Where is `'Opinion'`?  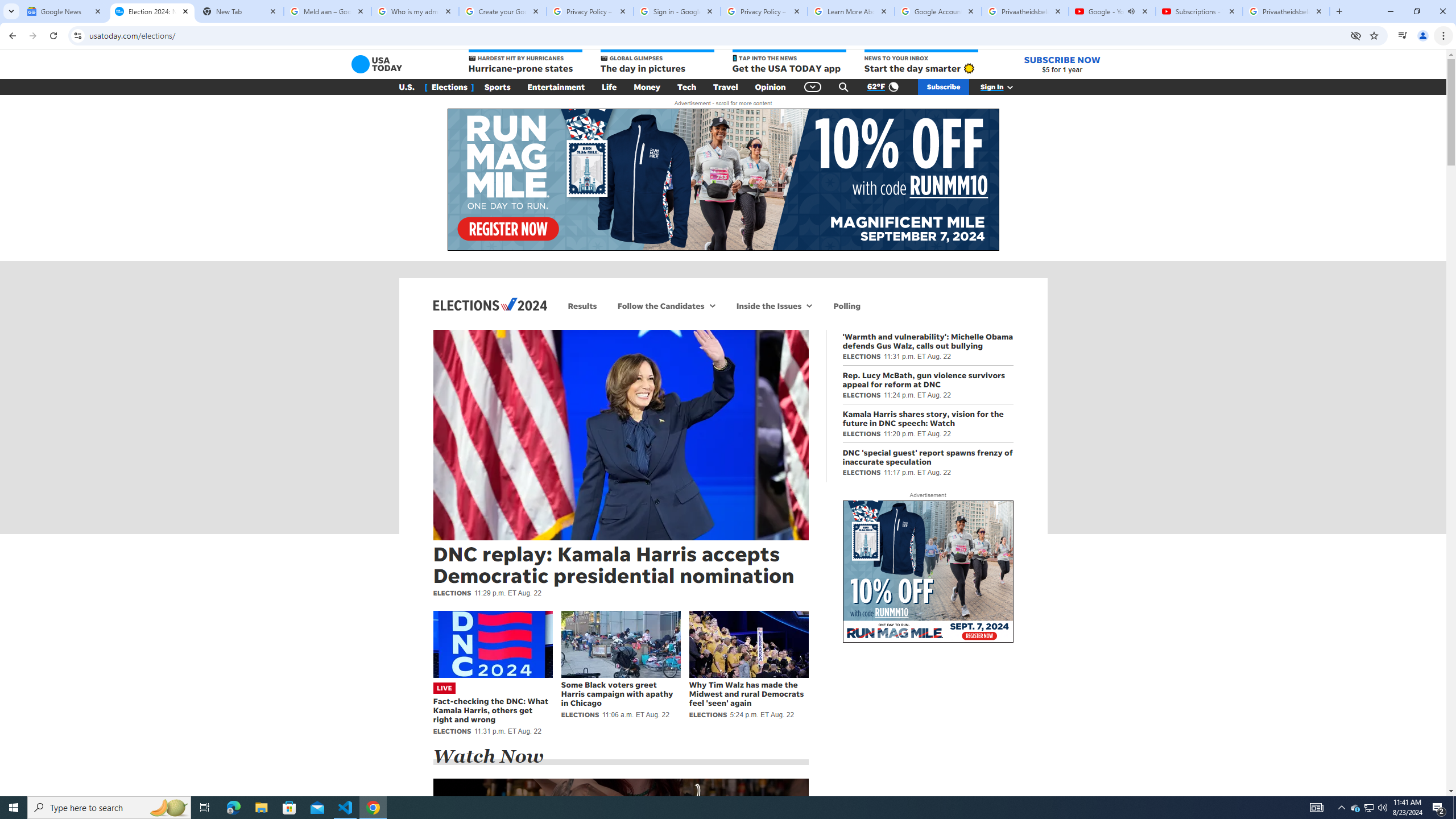 'Opinion' is located at coordinates (770, 87).